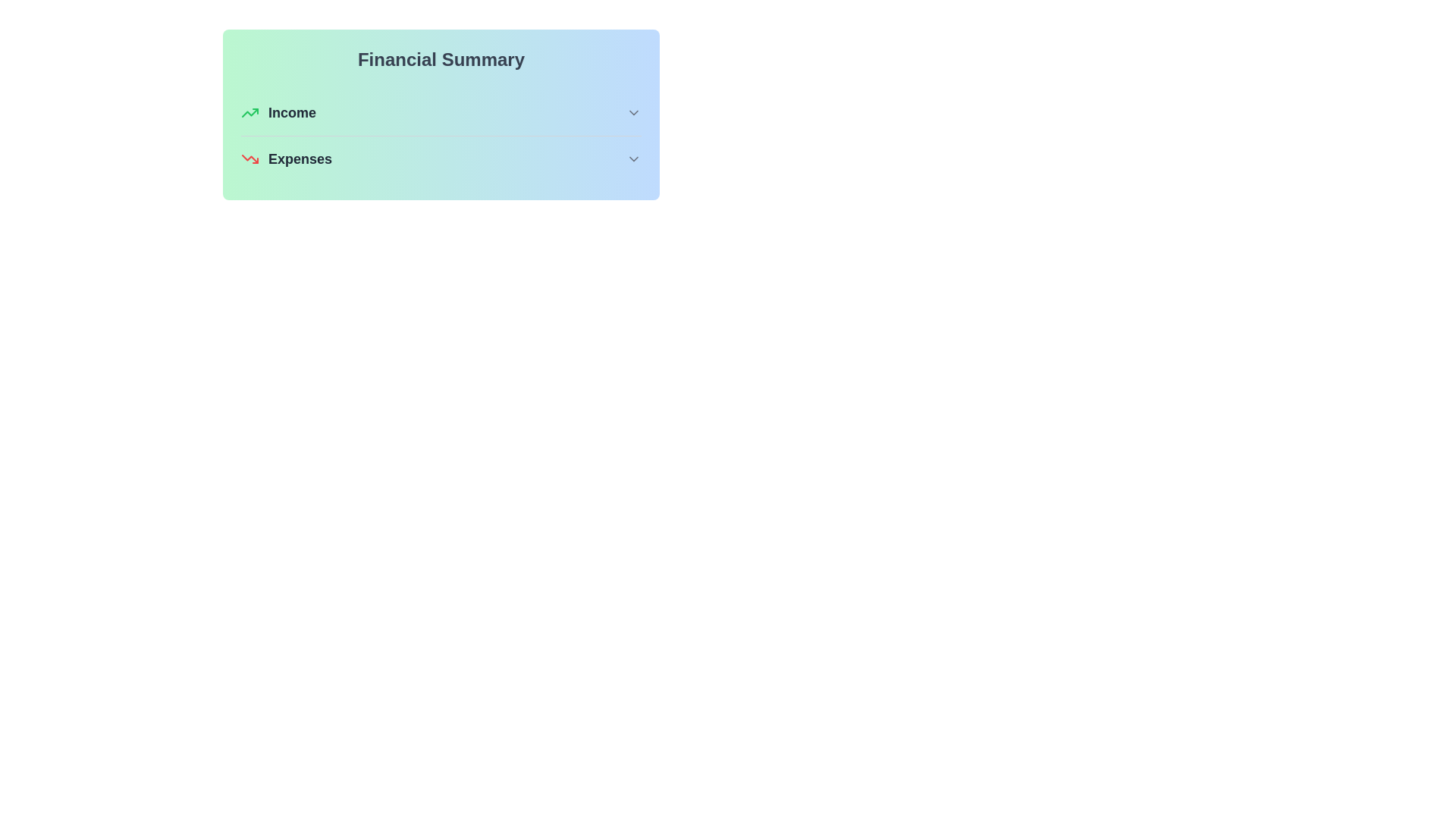  What do you see at coordinates (633, 158) in the screenshot?
I see `the Dropdown icon located to the far-right of the 'Expenses' section in the Financial Summary interface` at bounding box center [633, 158].